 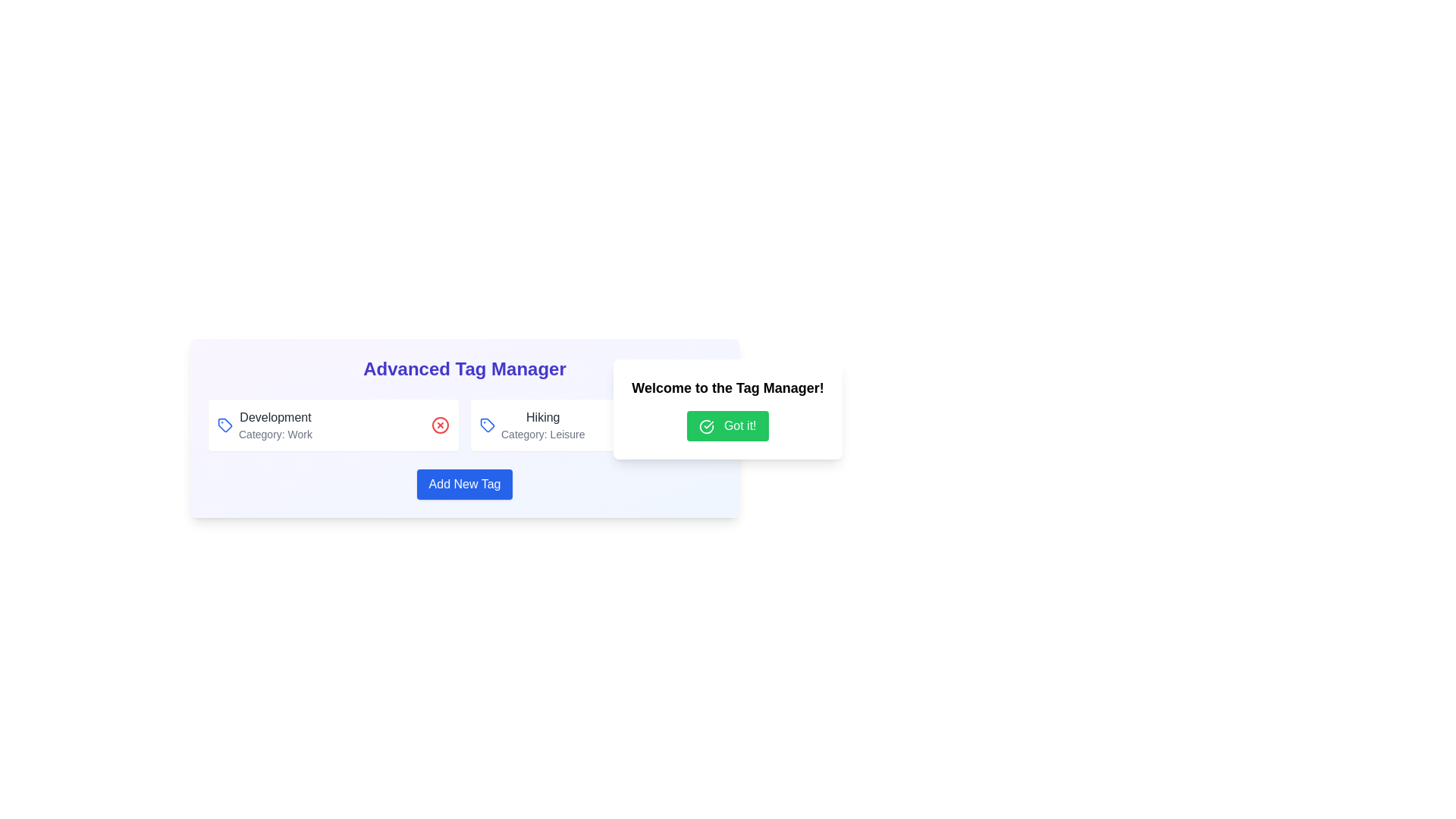 I want to click on the 'Add New Tag' button with a blue background and white text, so click(x=464, y=485).